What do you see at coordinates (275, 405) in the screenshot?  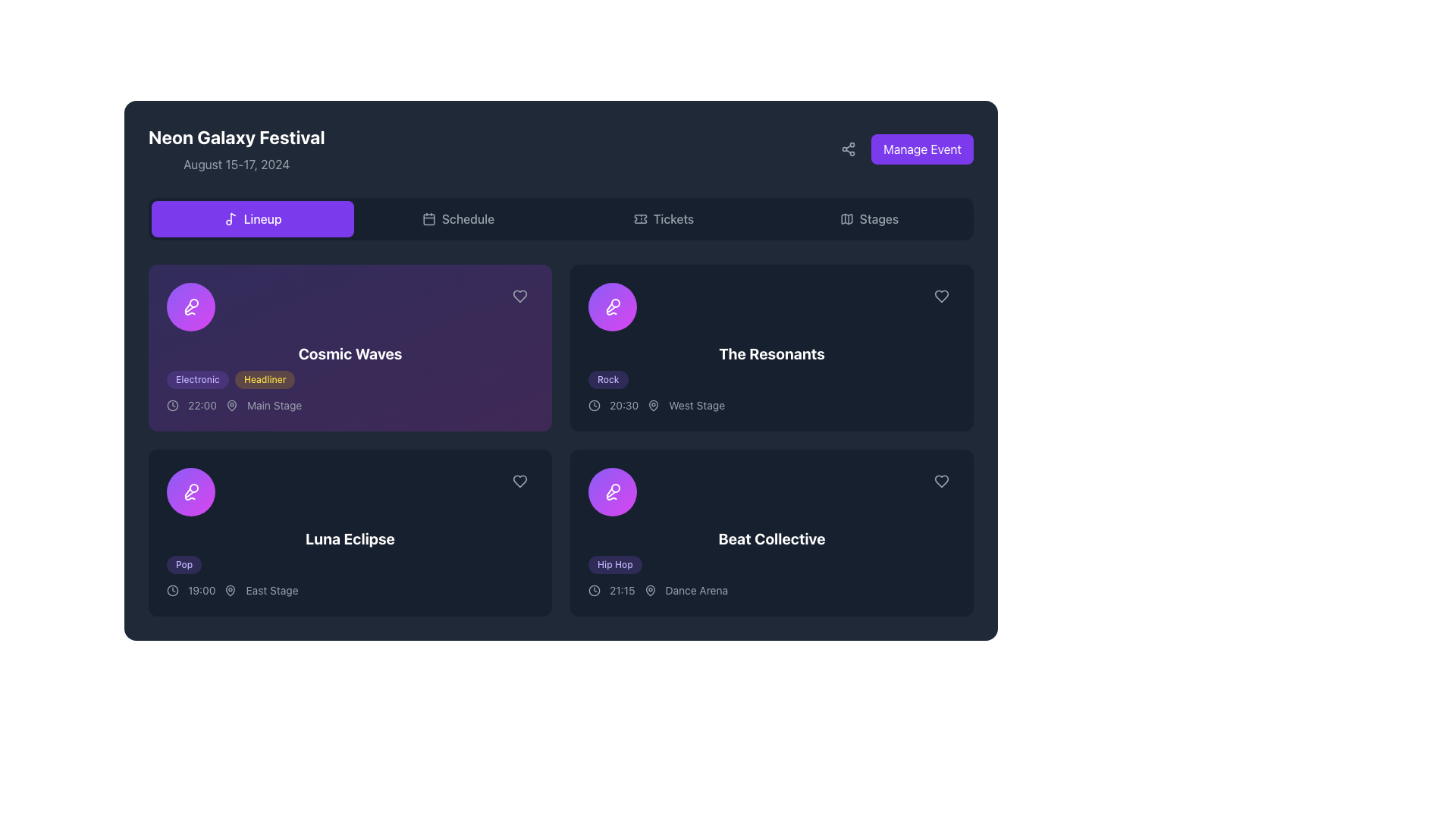 I see `the 'Main Stage' label, which indicates the stage name associated with the event, located at the bottom-right of the 'Lineup' tab below the 'Cosmic Waves' section` at bounding box center [275, 405].